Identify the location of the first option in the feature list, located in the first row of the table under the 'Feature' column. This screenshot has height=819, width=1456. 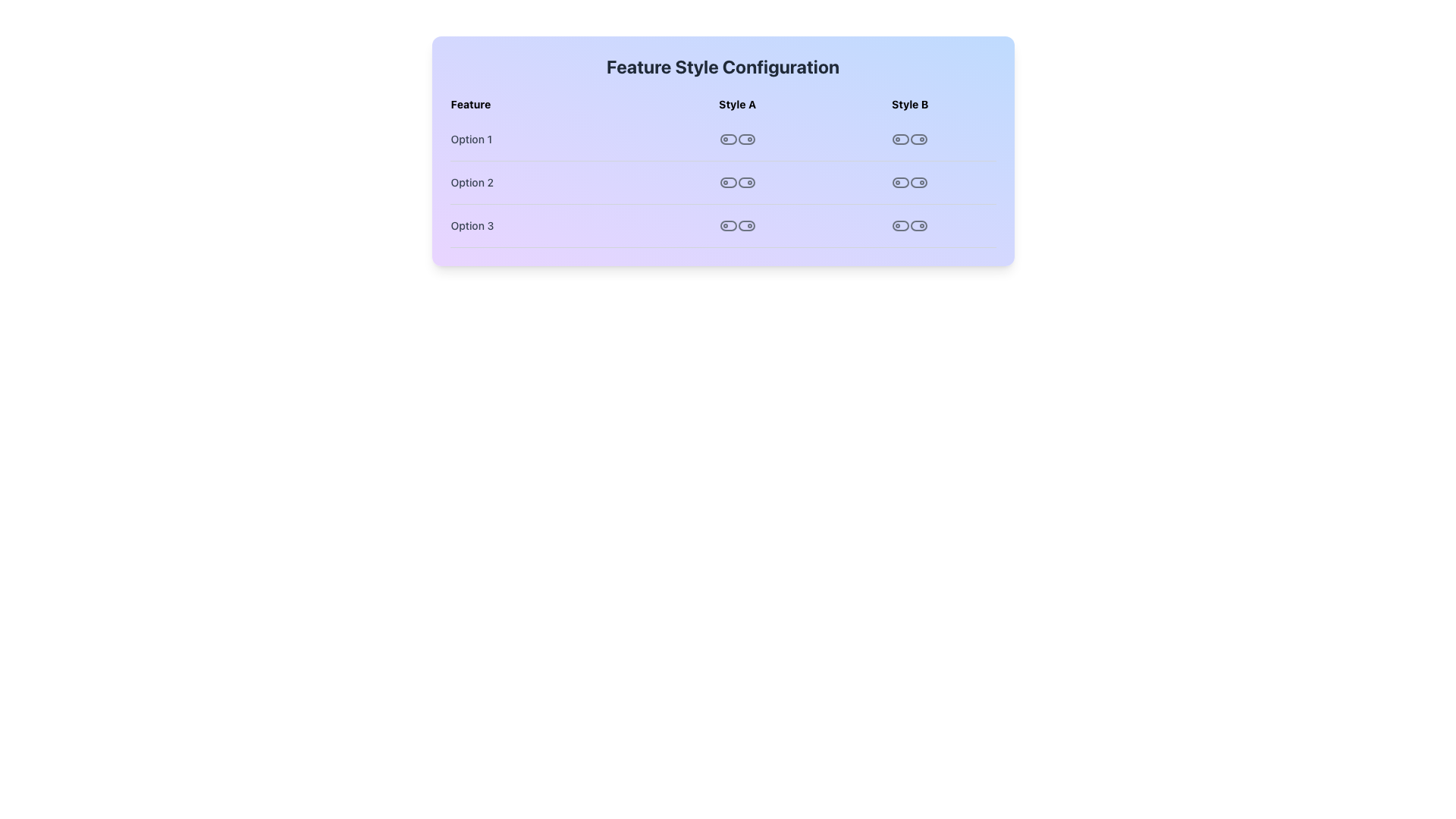
(722, 140).